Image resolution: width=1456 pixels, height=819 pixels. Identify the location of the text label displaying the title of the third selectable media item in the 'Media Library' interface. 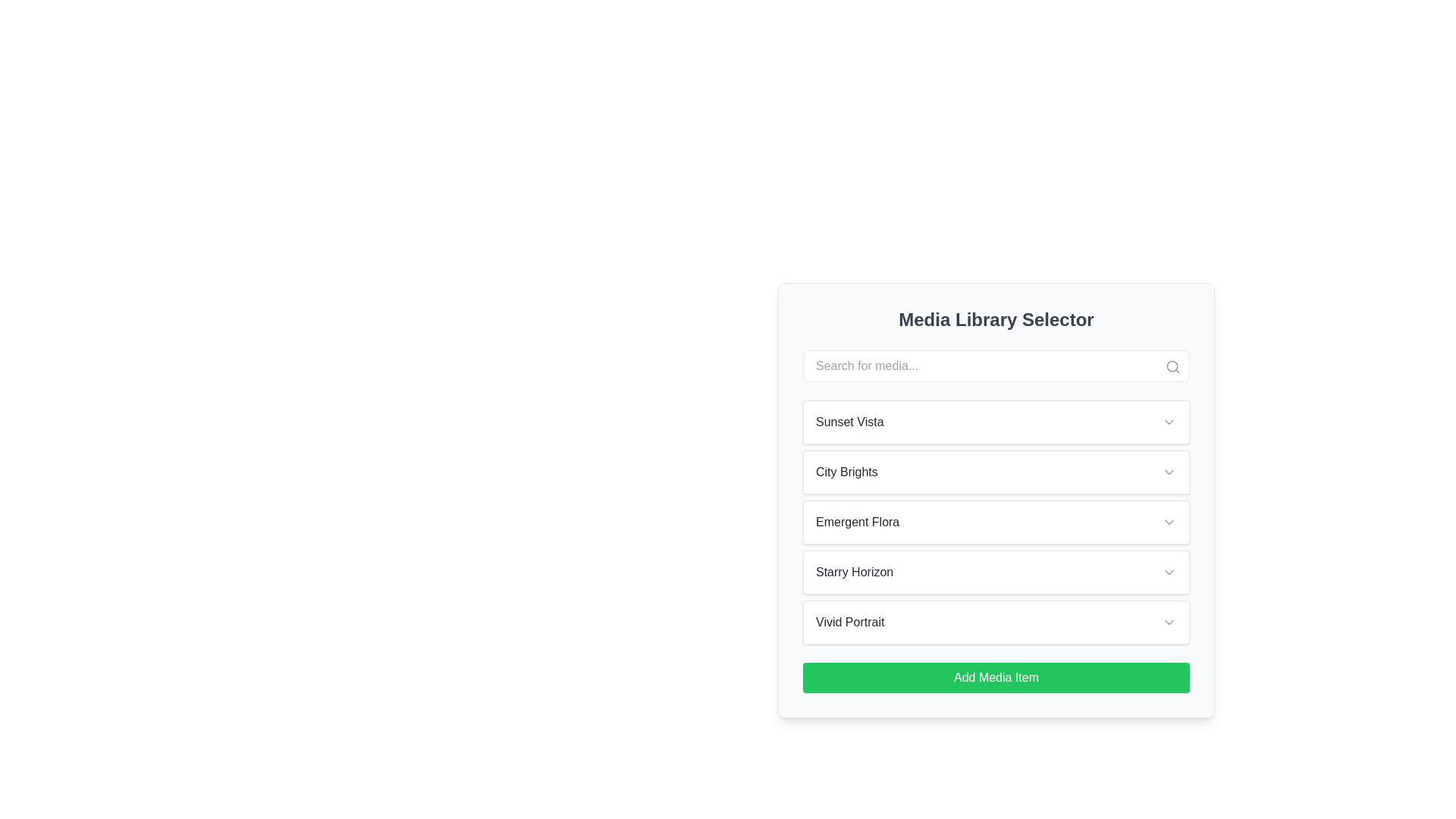
(858, 522).